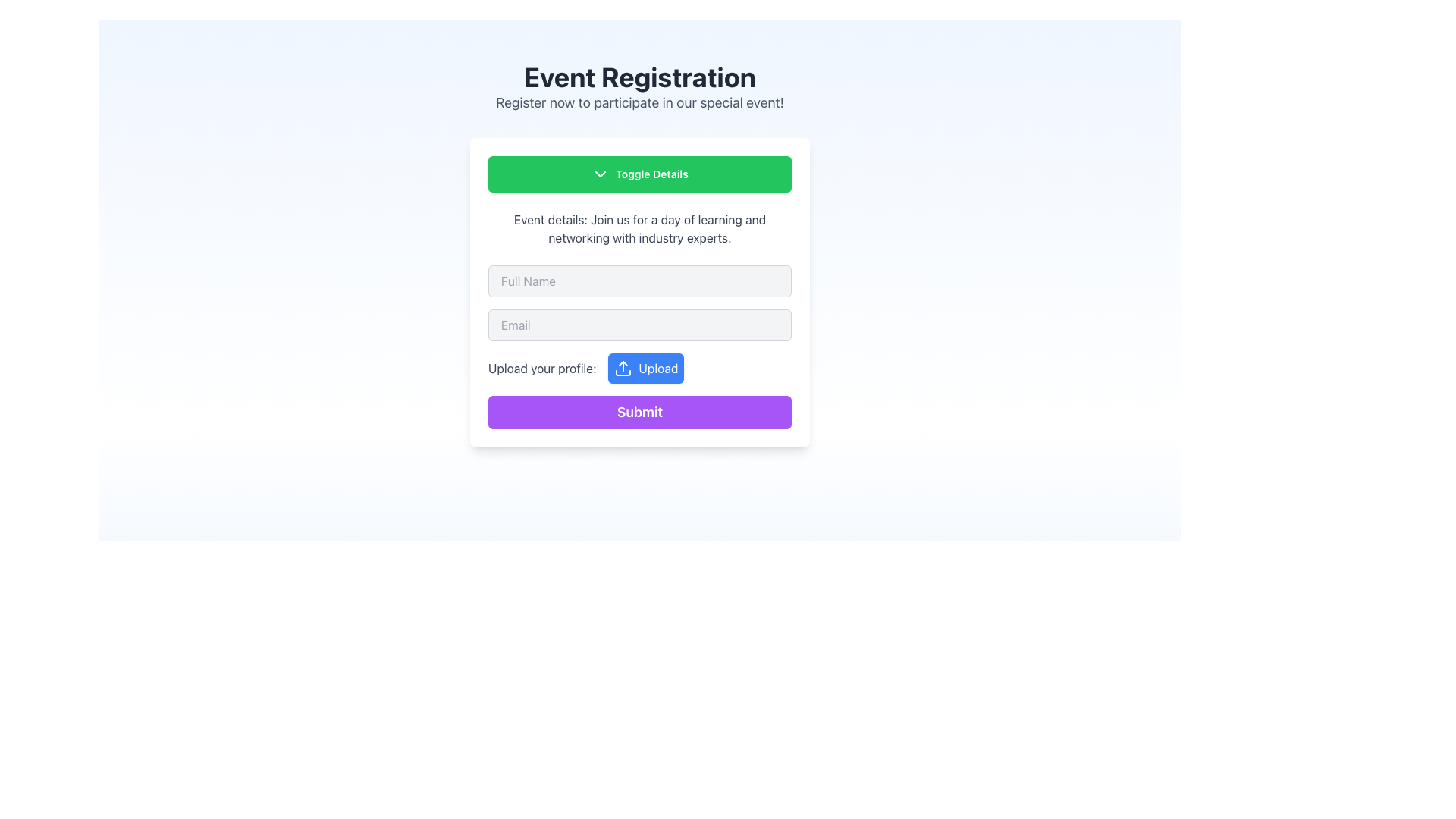 The width and height of the screenshot is (1456, 819). Describe the element at coordinates (640, 412) in the screenshot. I see `the 'Submit' button located at the bottom of the form` at that location.